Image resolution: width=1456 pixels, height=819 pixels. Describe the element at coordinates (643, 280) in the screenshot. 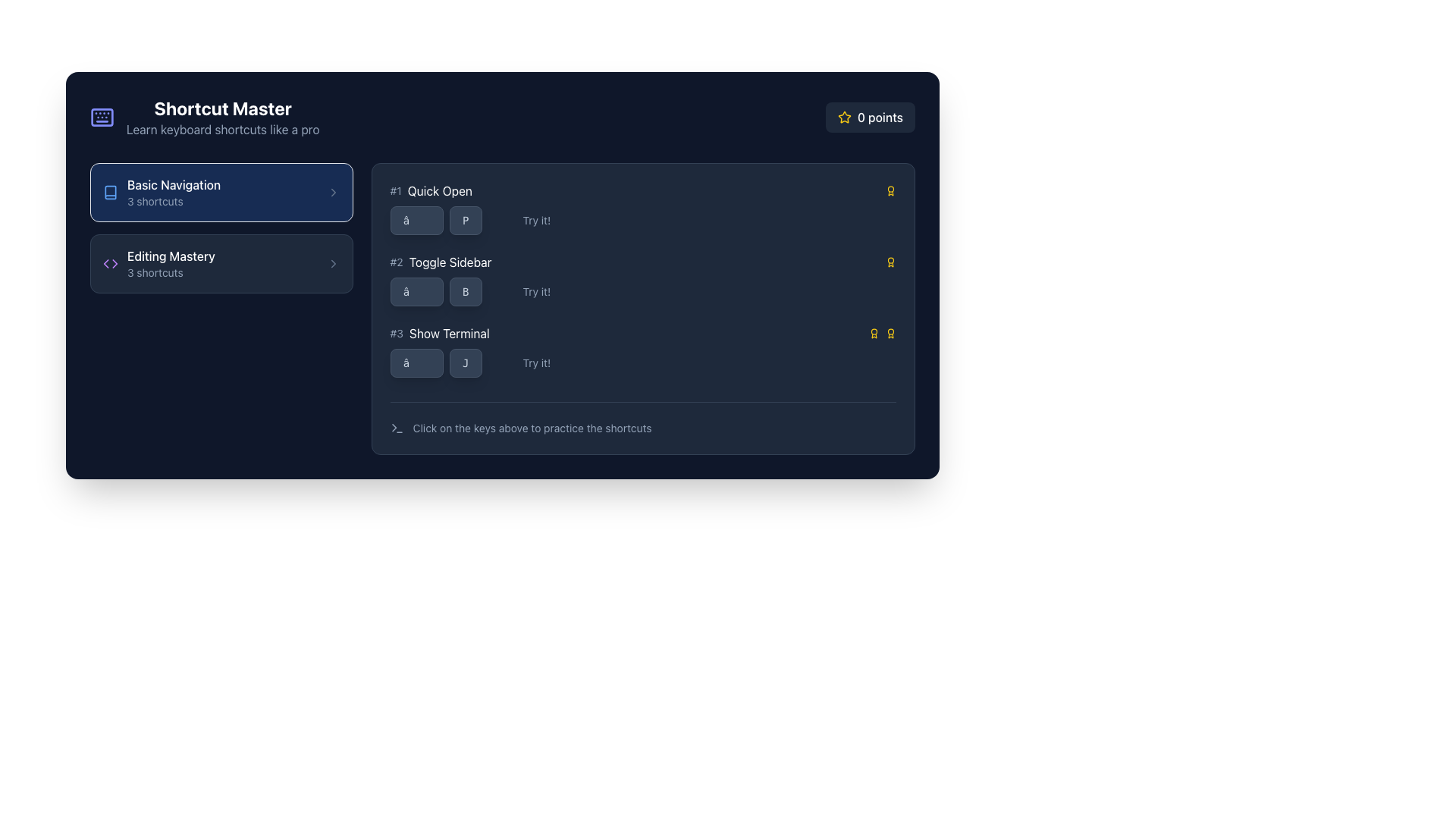

I see `the second row labeled '#2 Toggle Sidebar' which contains buttons 'â', 'B', and 'Try it!'` at that location.